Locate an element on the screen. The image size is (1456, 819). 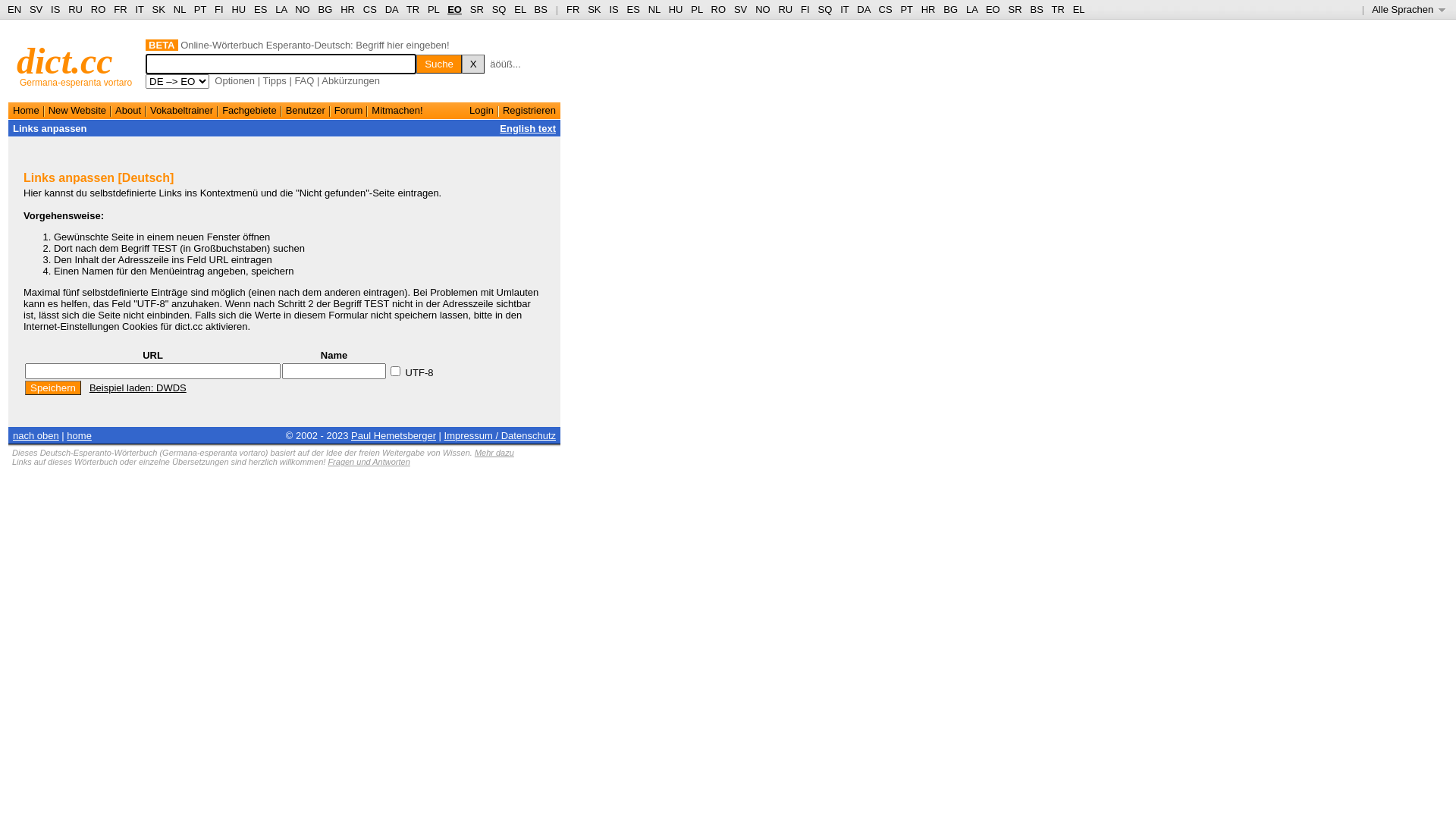
'Paul Hemetsberger' is located at coordinates (393, 435).